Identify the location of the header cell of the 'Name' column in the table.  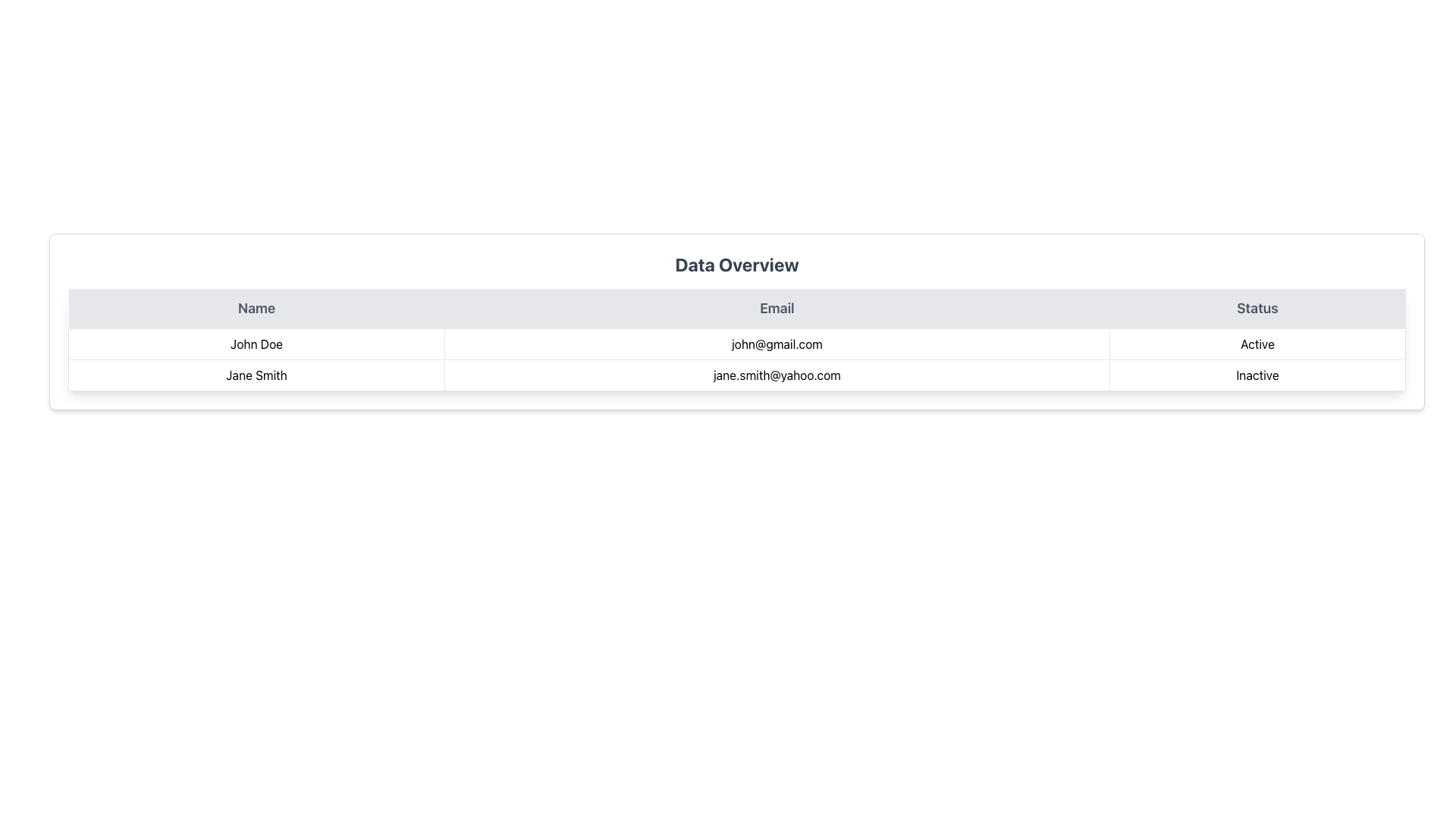
(256, 308).